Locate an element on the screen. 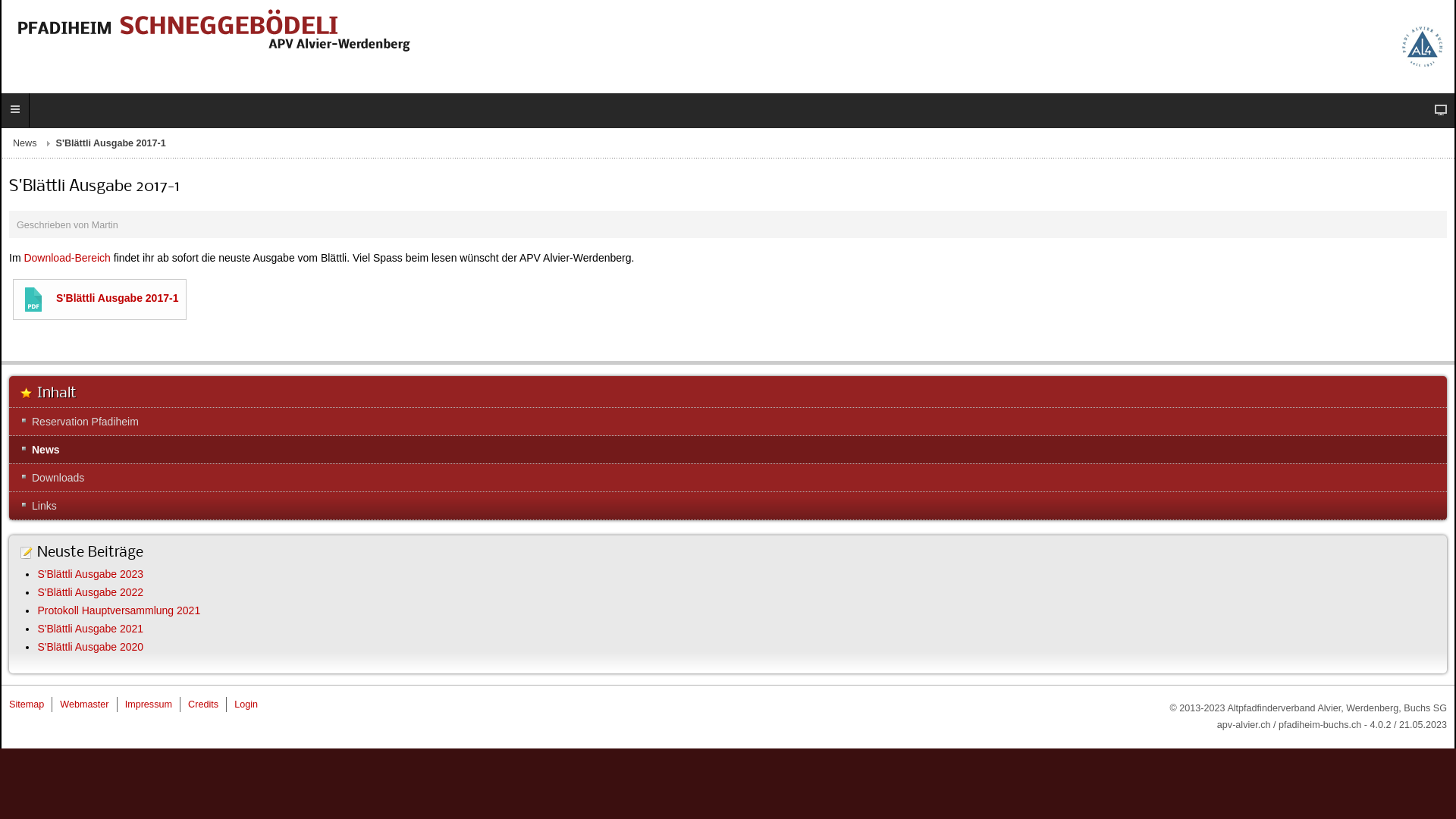  'Protokoll Hauptversammlung 2021' is located at coordinates (118, 610).